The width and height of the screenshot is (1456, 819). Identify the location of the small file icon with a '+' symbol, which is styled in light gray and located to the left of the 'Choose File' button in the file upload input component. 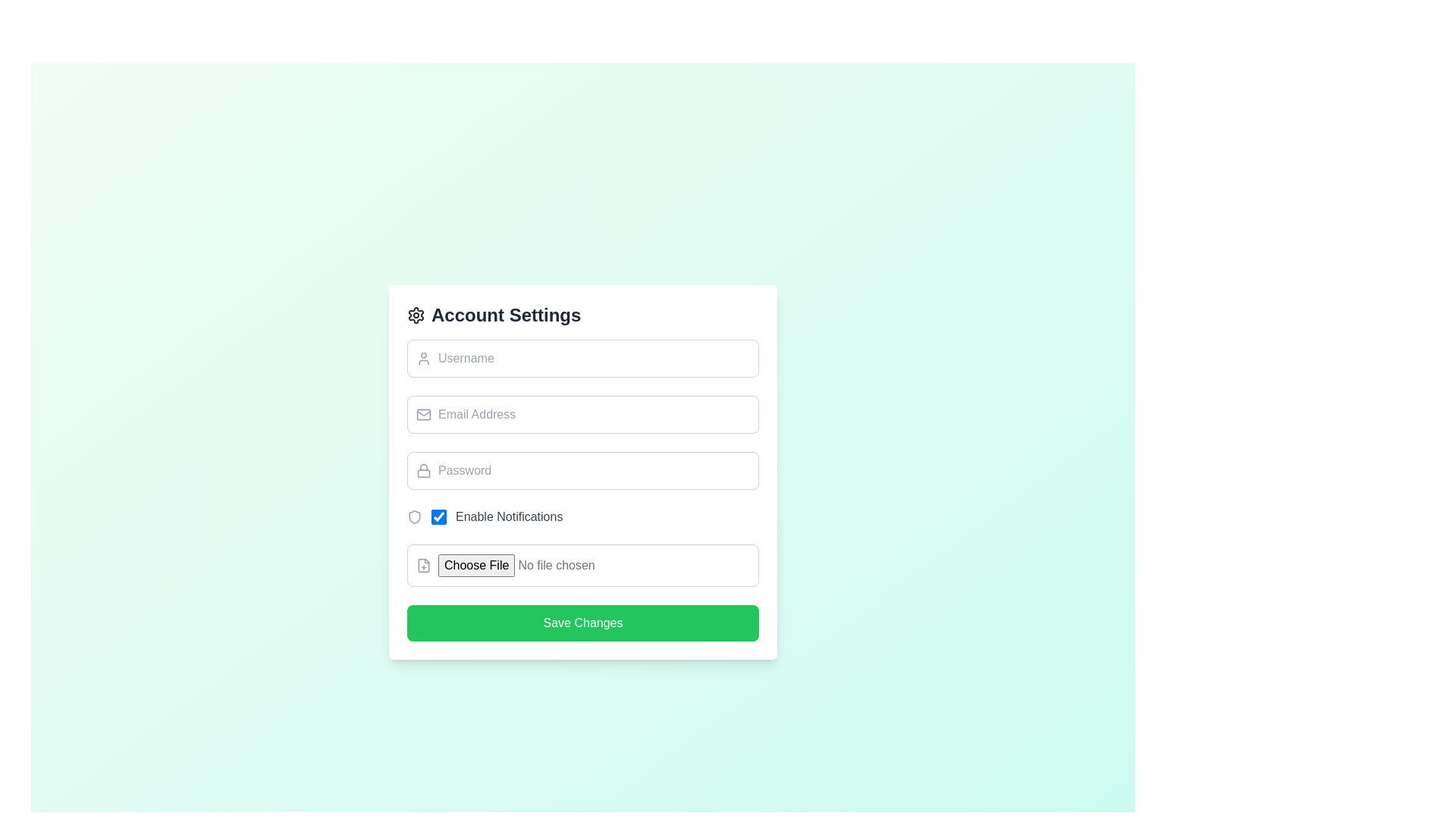
(423, 565).